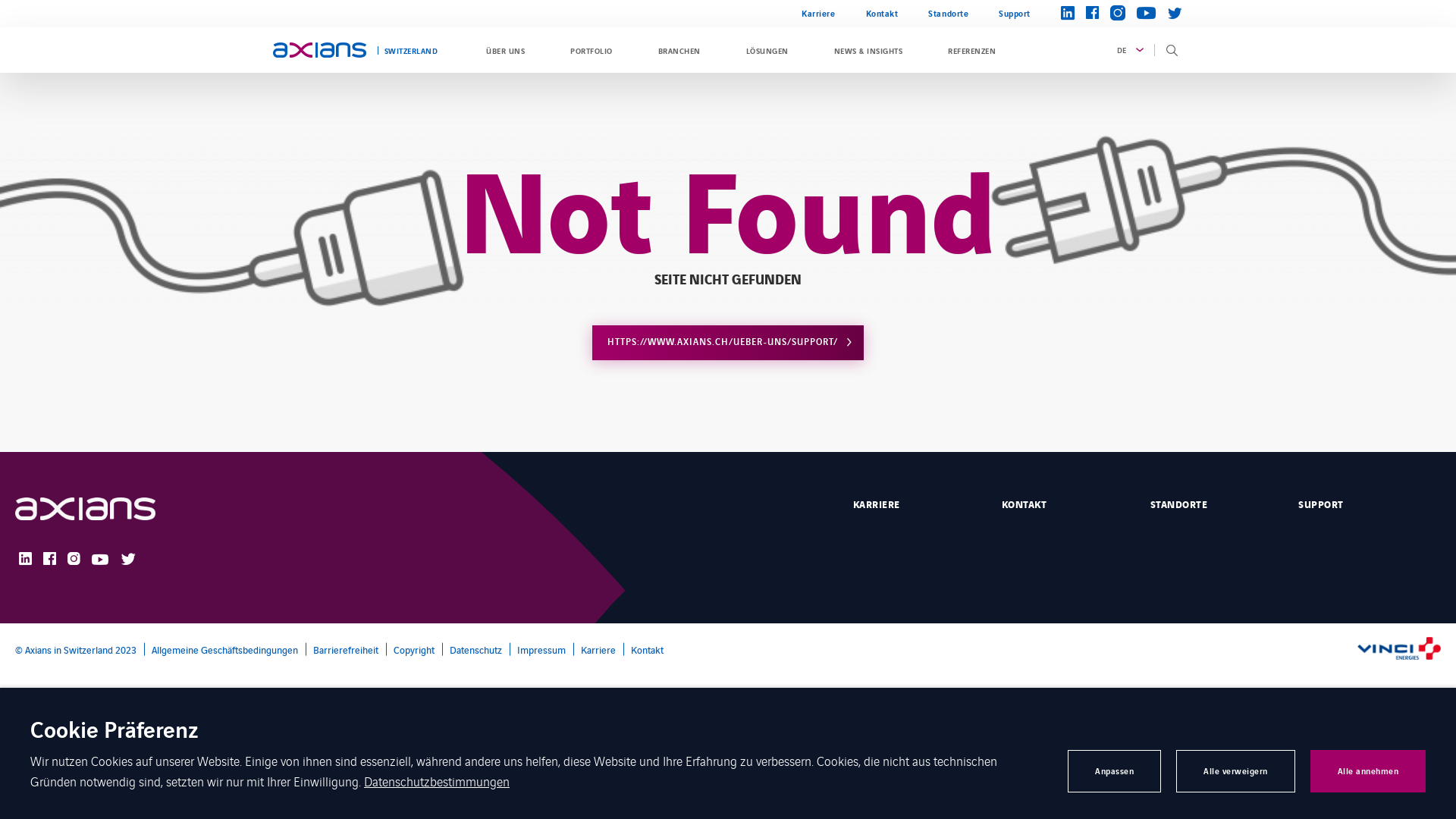 This screenshot has height=819, width=1456. What do you see at coordinates (410, 648) in the screenshot?
I see `'Copyright'` at bounding box center [410, 648].